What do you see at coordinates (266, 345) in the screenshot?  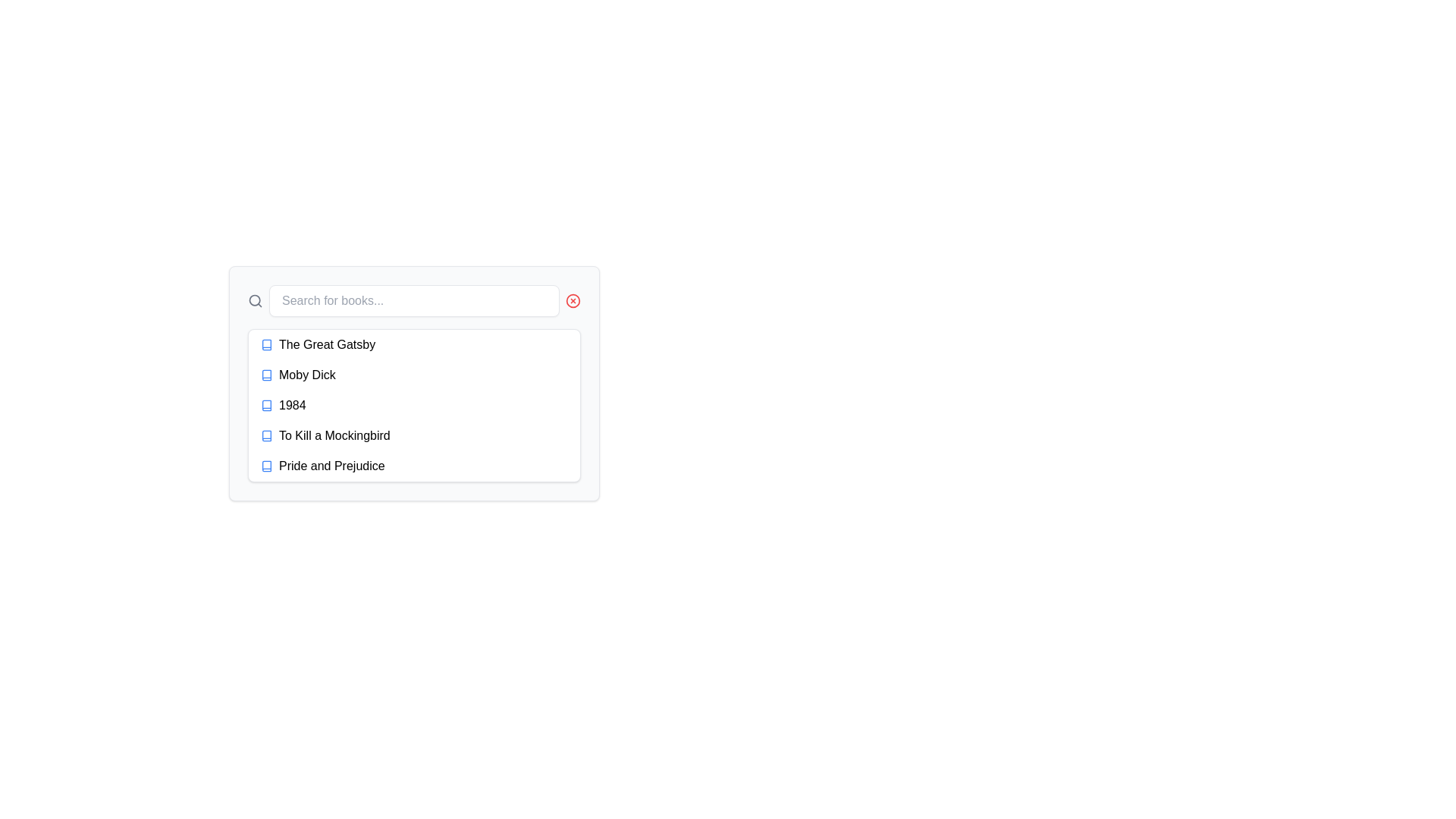 I see `the book-shaped icon with a colorful blue theme located to the left of the 'The Great Gatsby' label in the first list item` at bounding box center [266, 345].